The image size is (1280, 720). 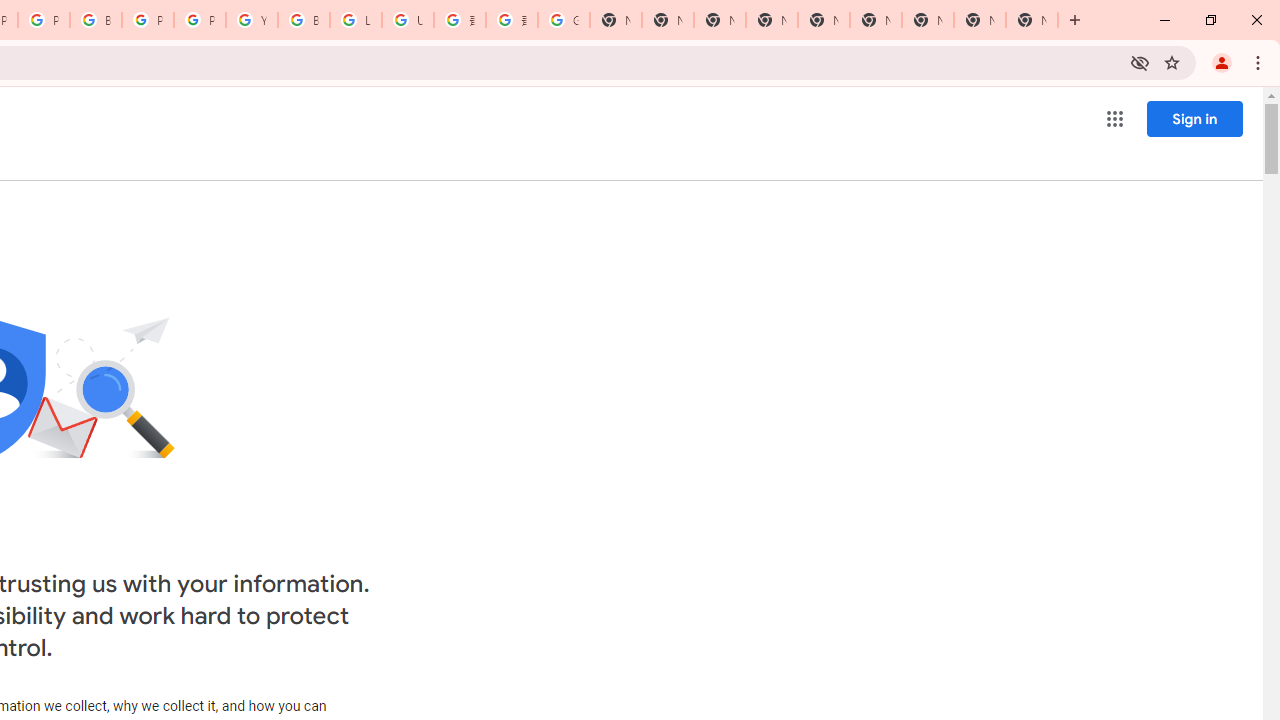 What do you see at coordinates (562, 20) in the screenshot?
I see `'Google Images'` at bounding box center [562, 20].